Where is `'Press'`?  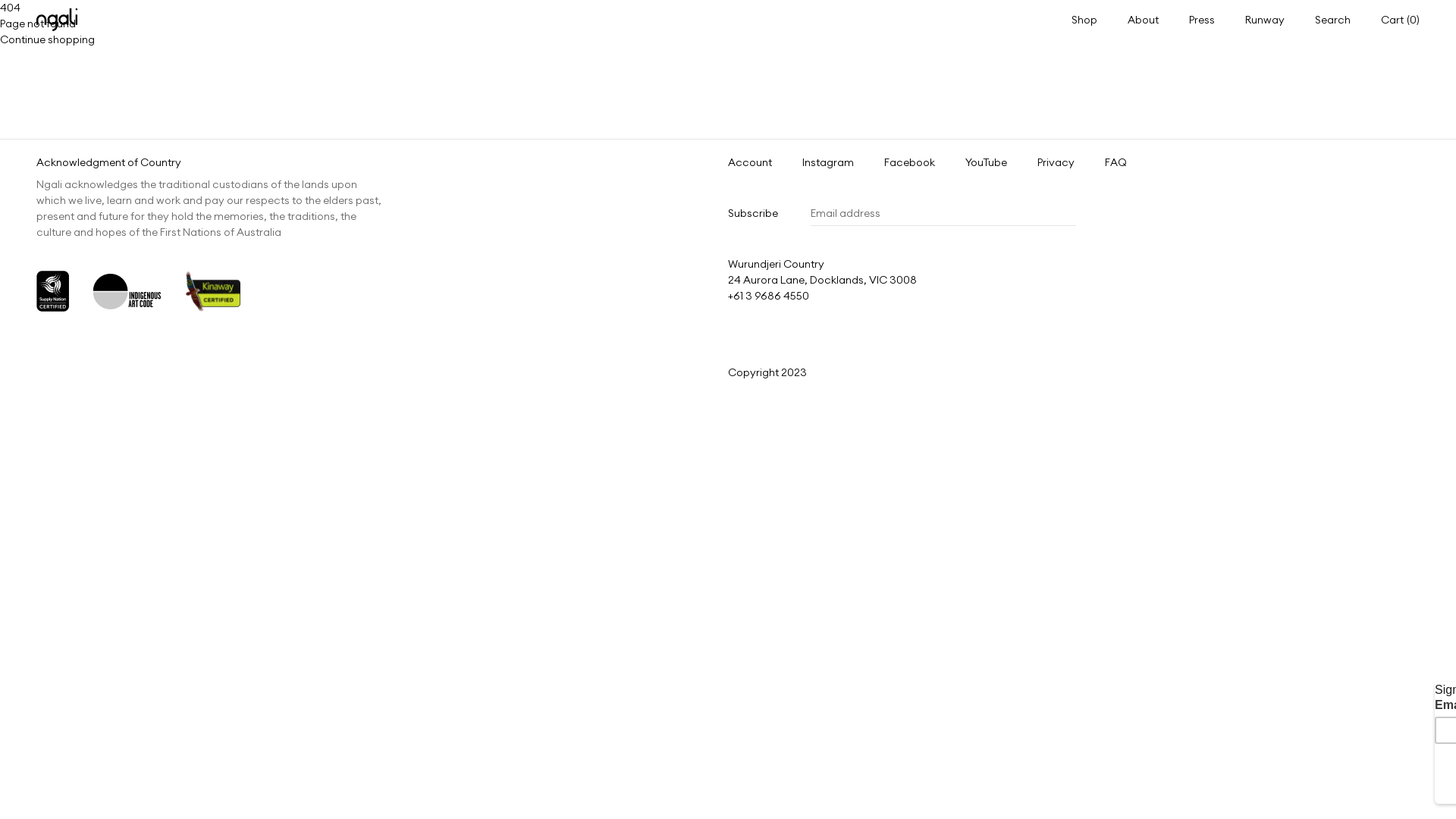 'Press' is located at coordinates (1200, 18).